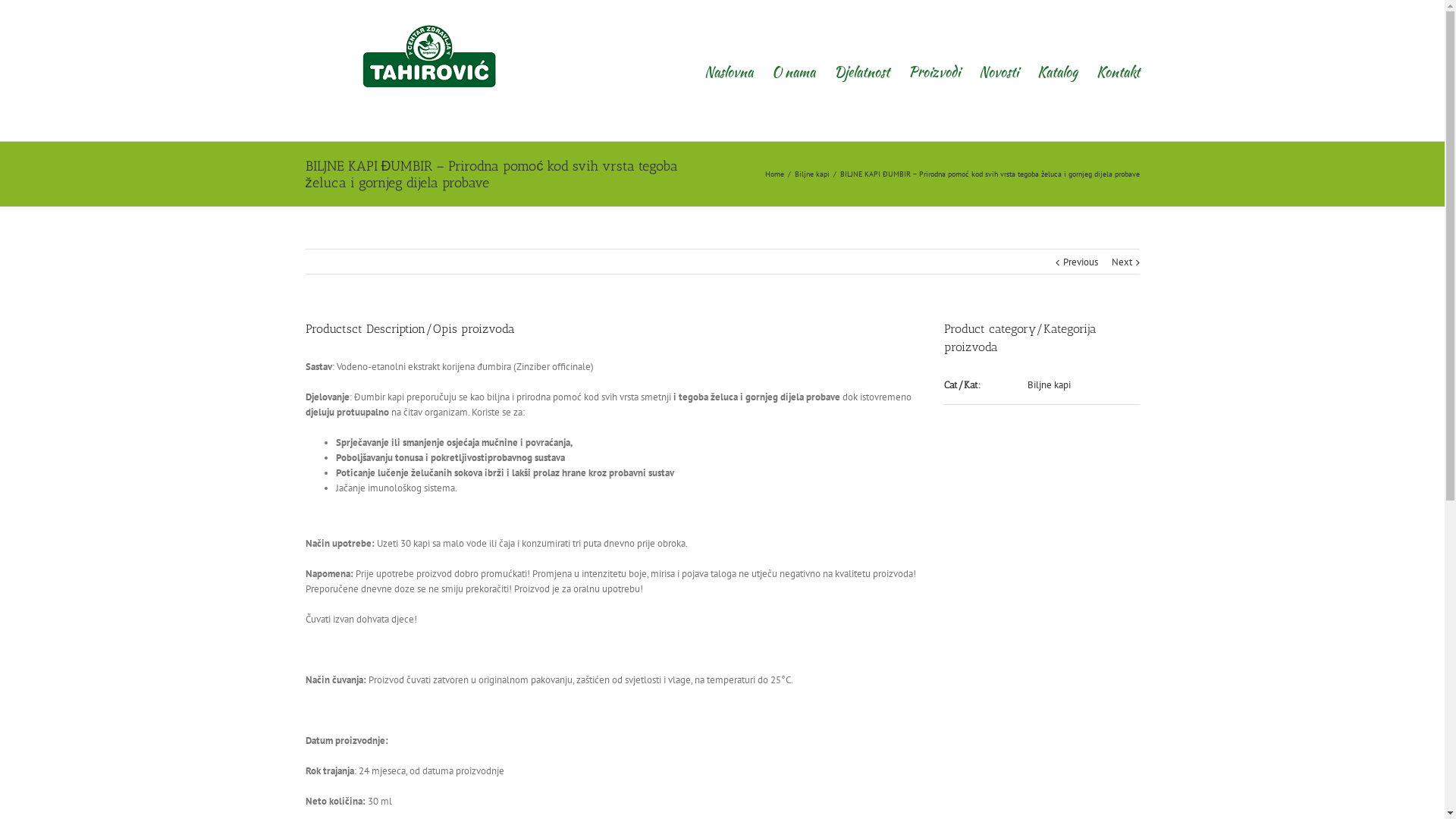 This screenshot has width=1456, height=819. I want to click on 'Kontakt', so click(1118, 70).